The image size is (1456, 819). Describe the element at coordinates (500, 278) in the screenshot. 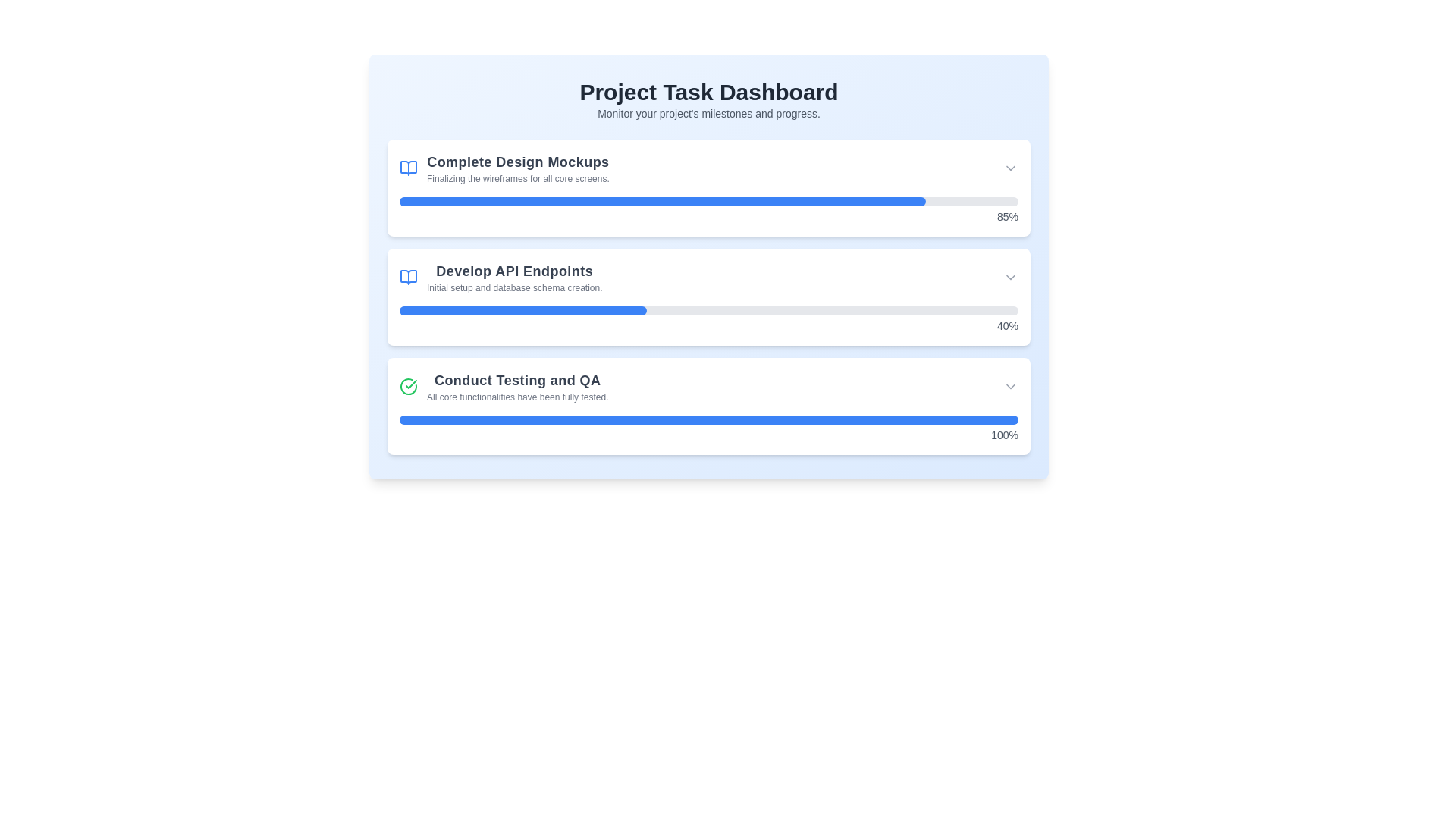

I see `the 'Develop API Endpoints' task item, which is the second task in the project dashboard` at that location.